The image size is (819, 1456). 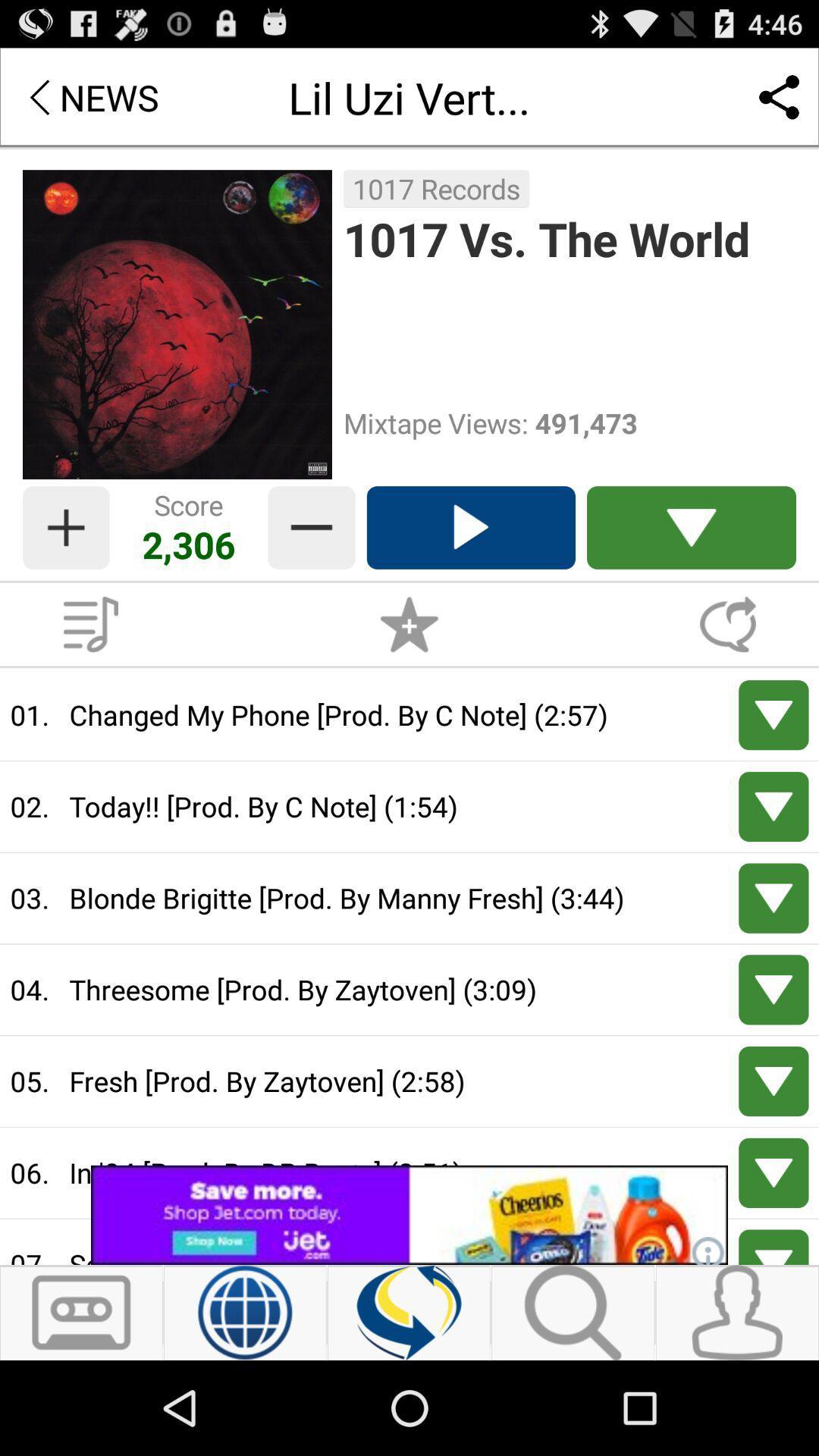 What do you see at coordinates (90, 667) in the screenshot?
I see `the music icon` at bounding box center [90, 667].